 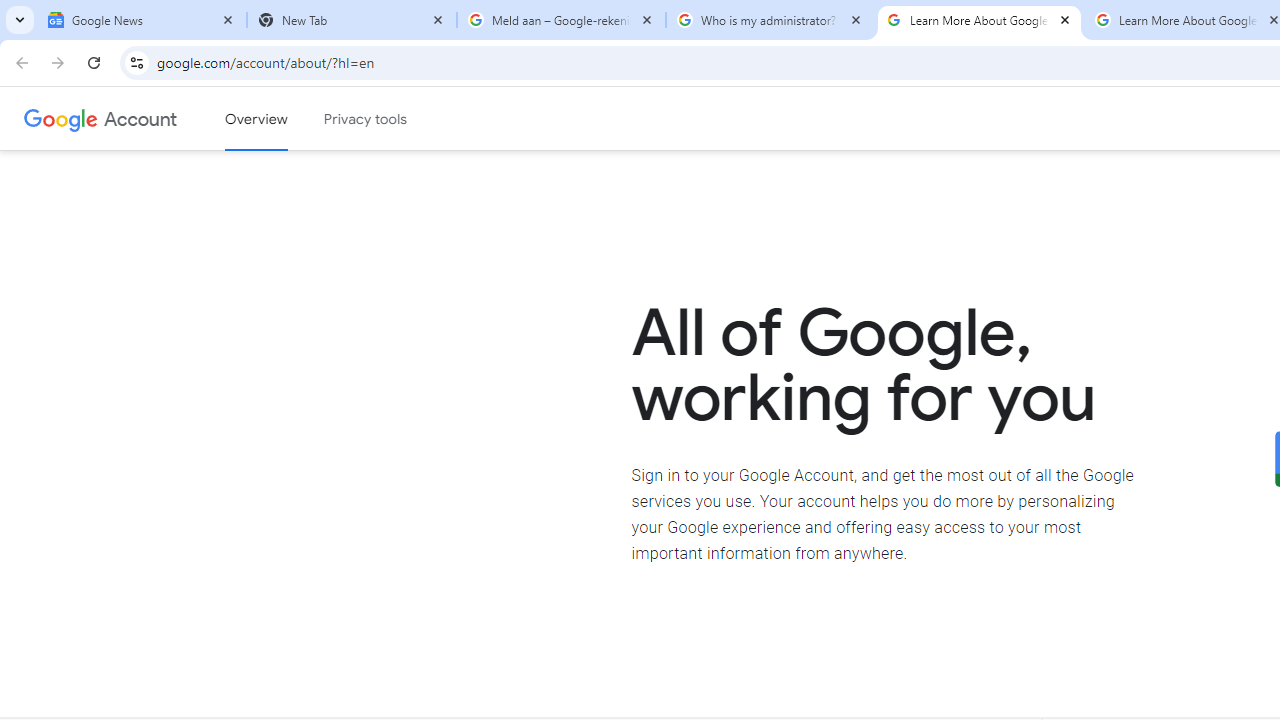 I want to click on 'Google News', so click(x=141, y=20).